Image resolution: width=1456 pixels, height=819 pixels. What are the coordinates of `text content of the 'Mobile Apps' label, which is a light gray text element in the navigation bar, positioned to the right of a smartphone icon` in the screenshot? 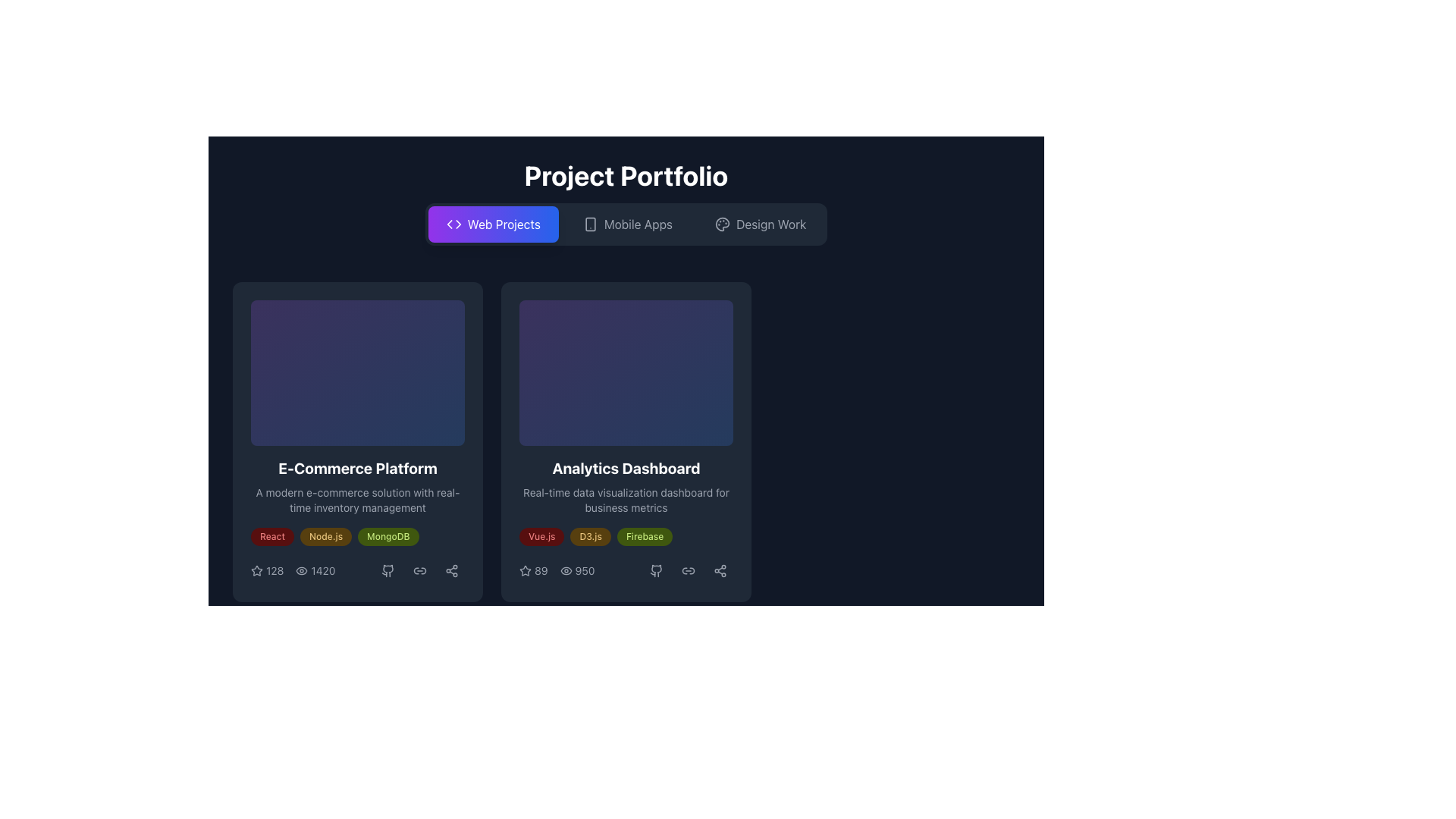 It's located at (638, 224).